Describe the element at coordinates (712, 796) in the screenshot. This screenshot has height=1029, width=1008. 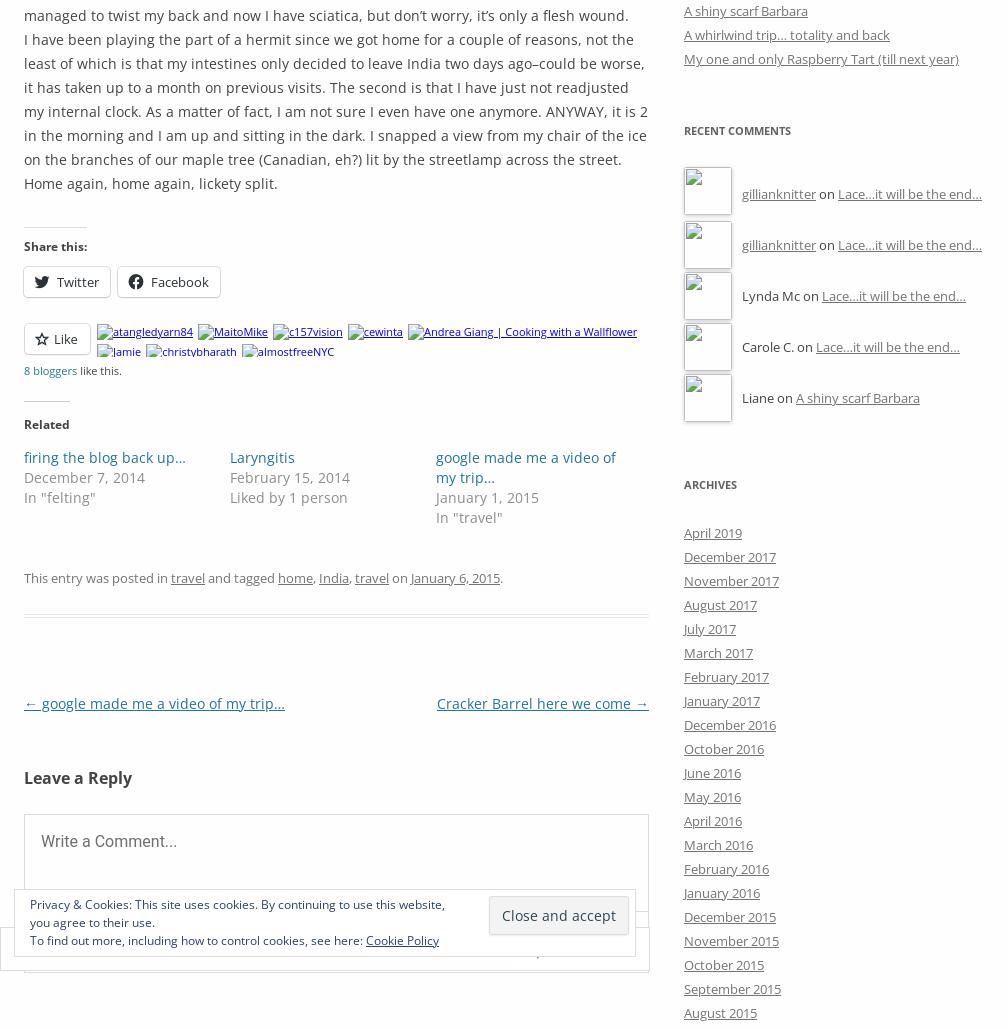
I see `'May 2016'` at that location.